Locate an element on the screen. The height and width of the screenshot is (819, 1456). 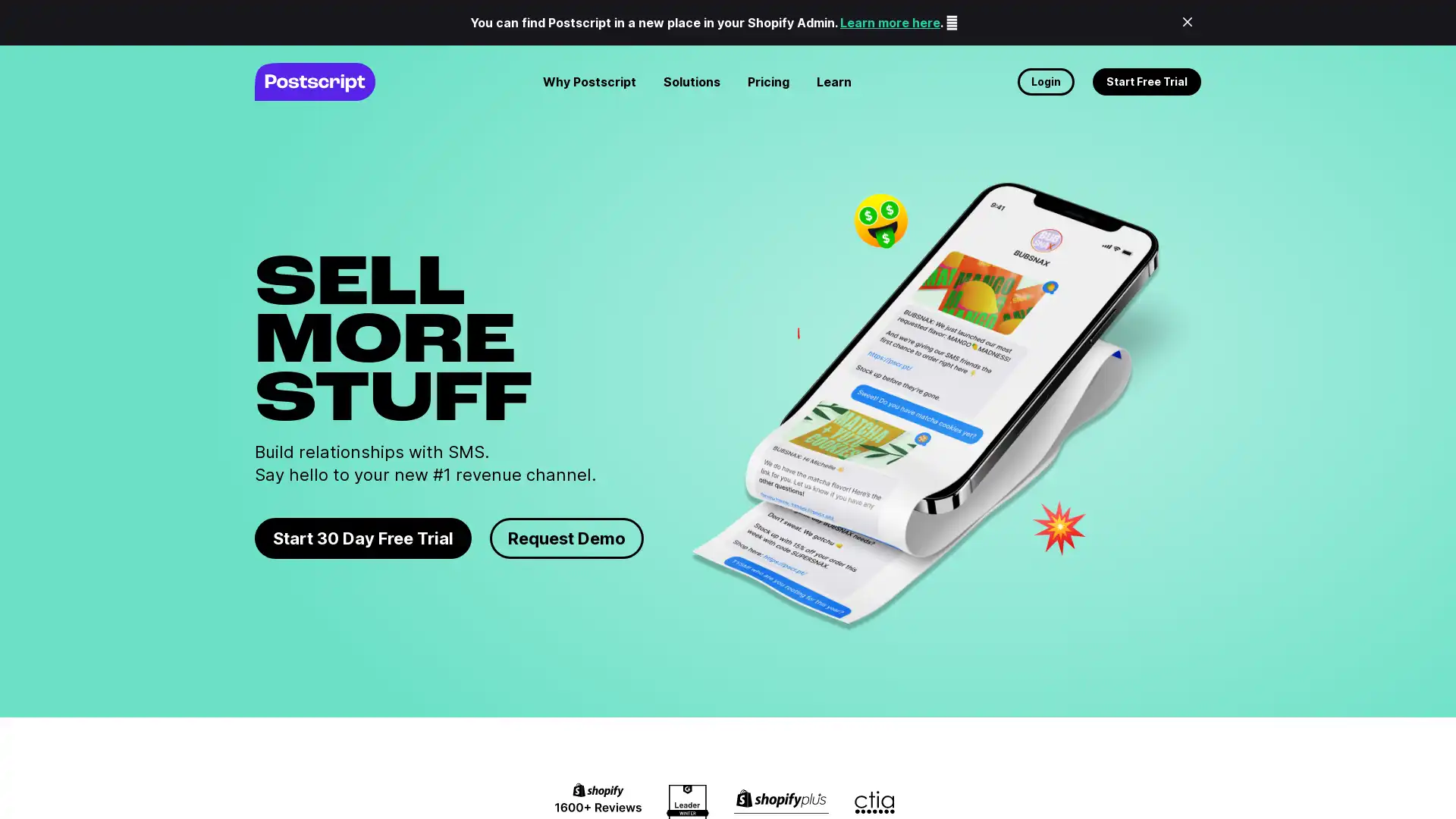
Pricing is located at coordinates (767, 81).